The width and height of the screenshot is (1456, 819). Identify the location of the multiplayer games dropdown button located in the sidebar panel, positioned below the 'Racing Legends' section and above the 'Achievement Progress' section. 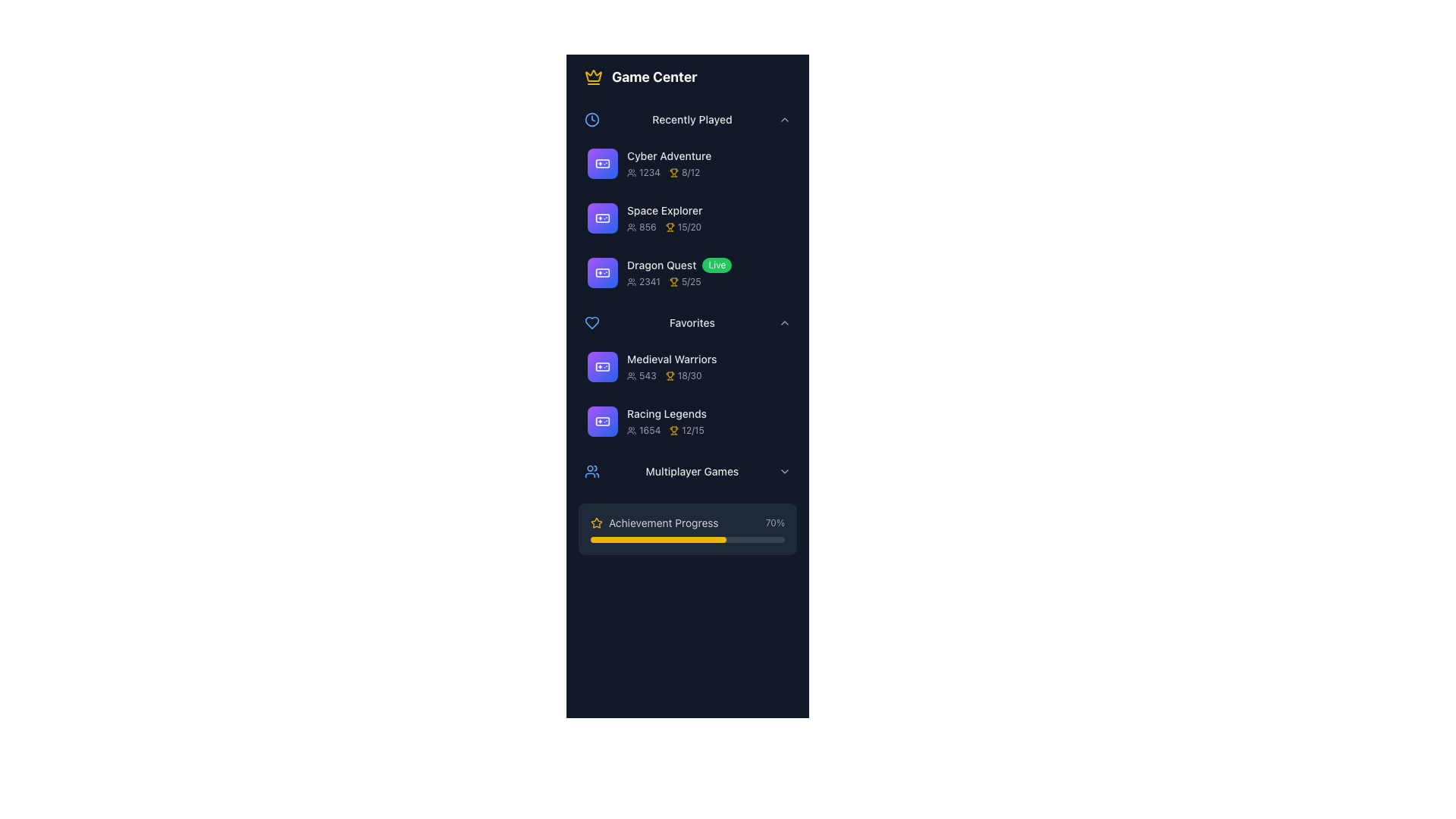
(687, 470).